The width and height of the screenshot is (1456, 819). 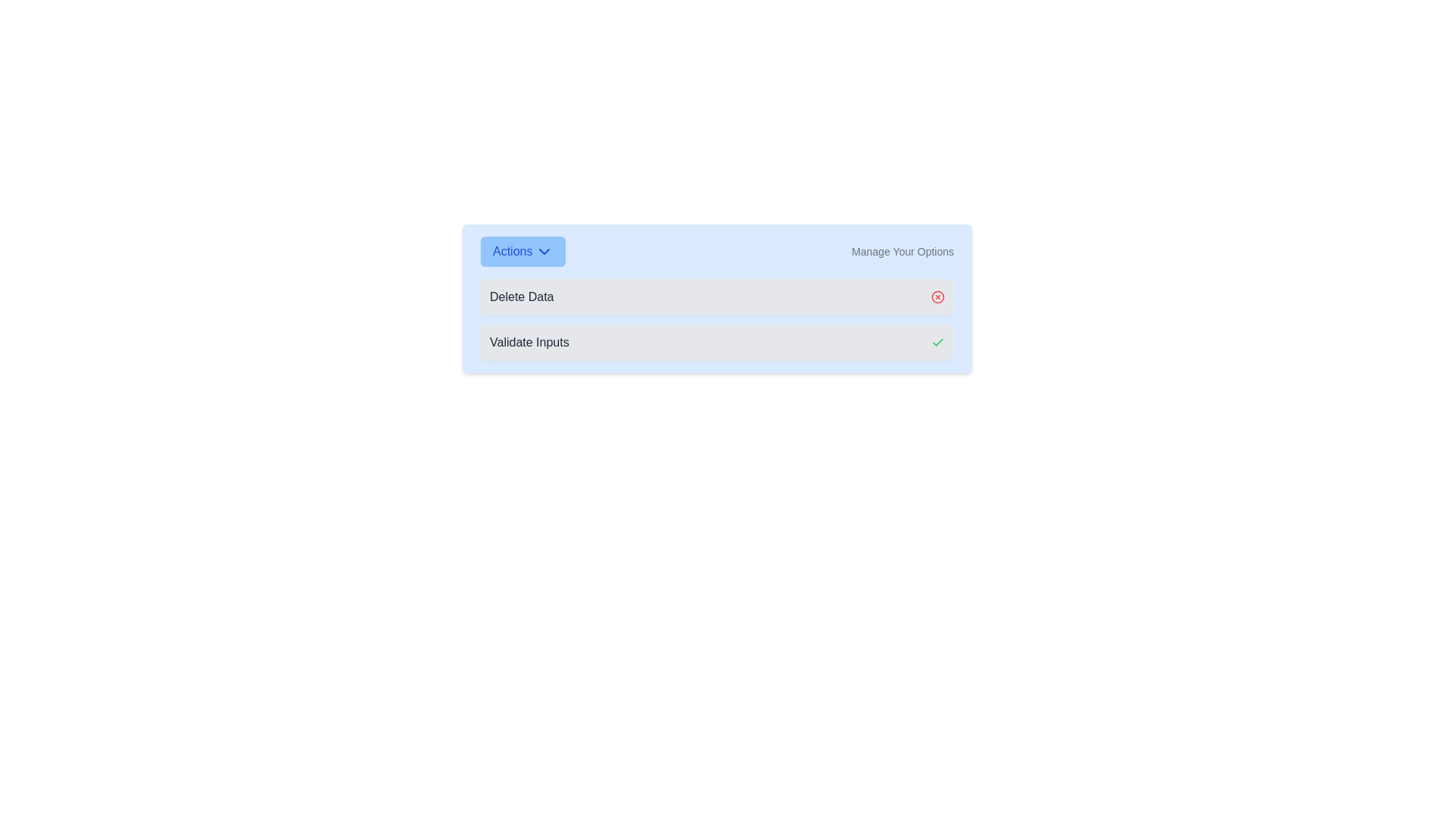 What do you see at coordinates (937, 297) in the screenshot?
I see `the red circular 'X' button to confirm the deletion, which is located at the far right of the 'Delete Data' section in the control panel` at bounding box center [937, 297].